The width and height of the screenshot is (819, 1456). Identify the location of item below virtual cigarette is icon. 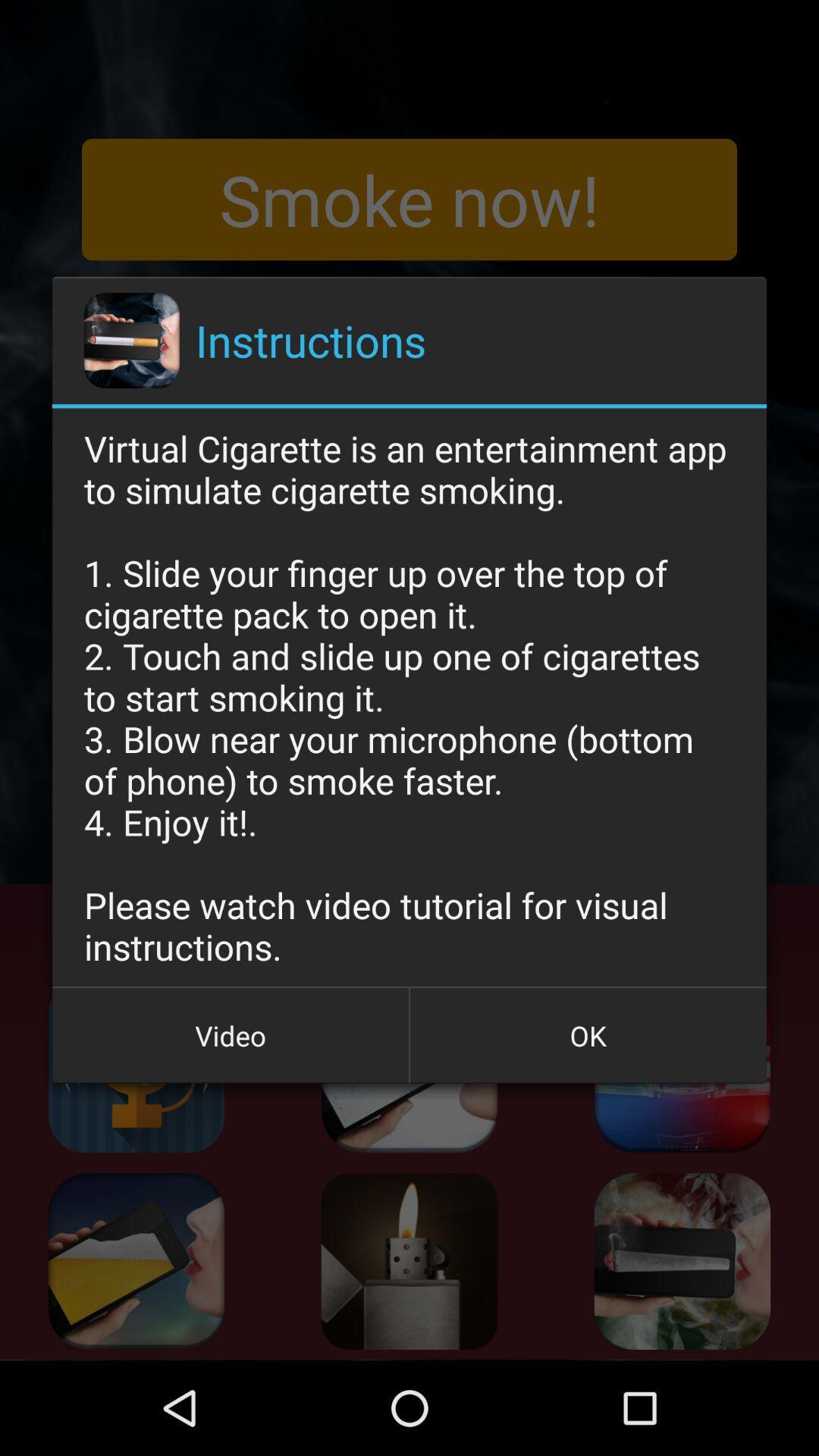
(587, 1034).